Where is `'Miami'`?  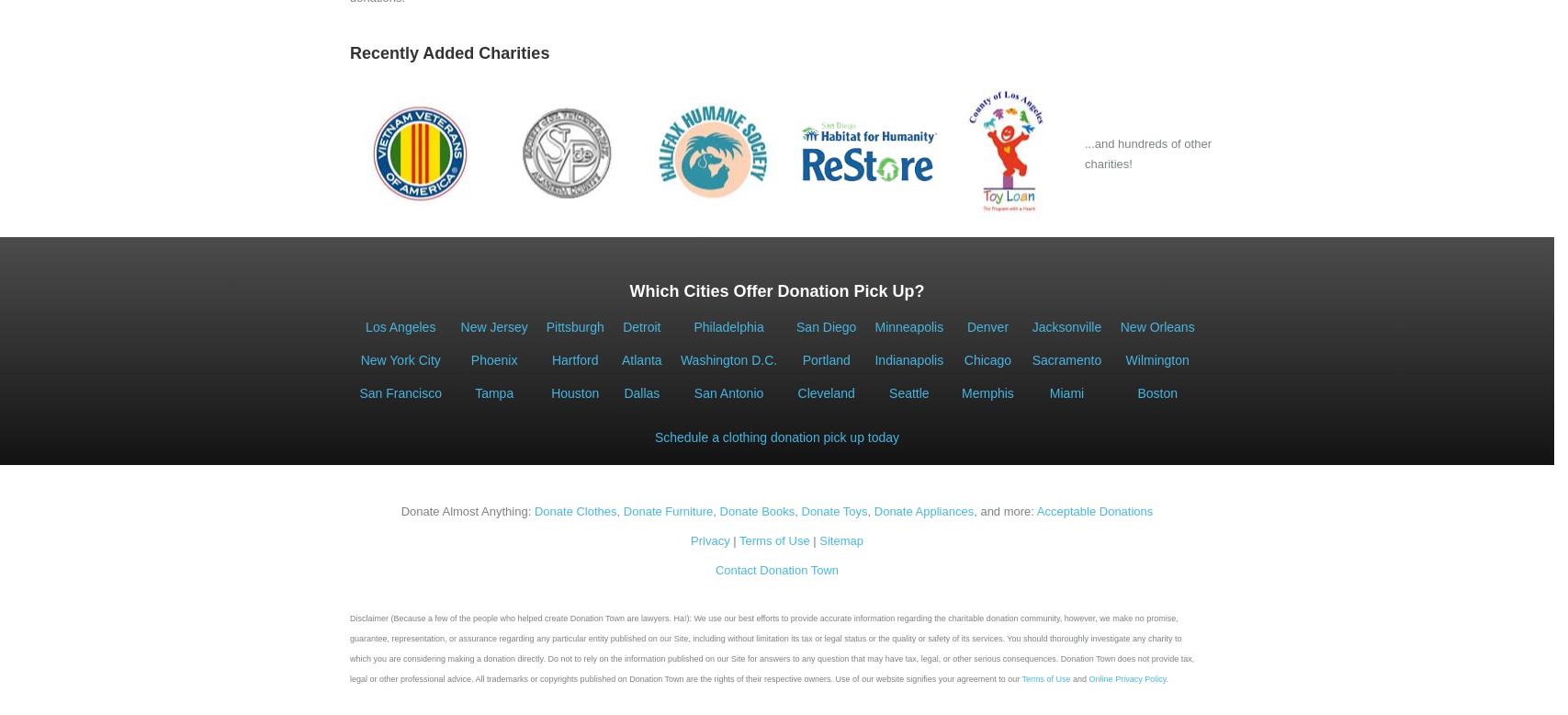 'Miami' is located at coordinates (1065, 392).